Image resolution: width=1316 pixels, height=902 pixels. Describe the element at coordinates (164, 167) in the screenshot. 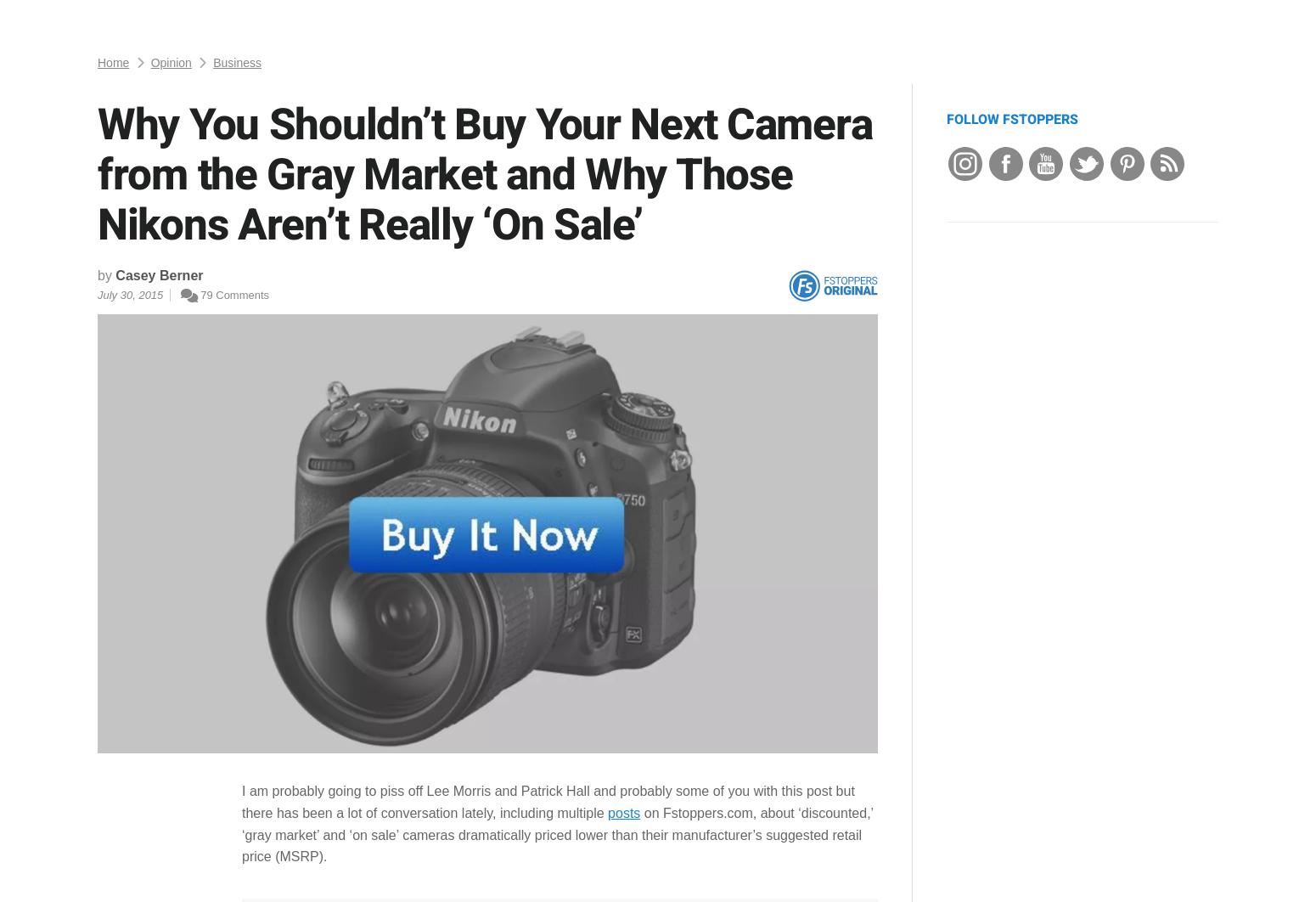

I see `'79 Comments'` at that location.